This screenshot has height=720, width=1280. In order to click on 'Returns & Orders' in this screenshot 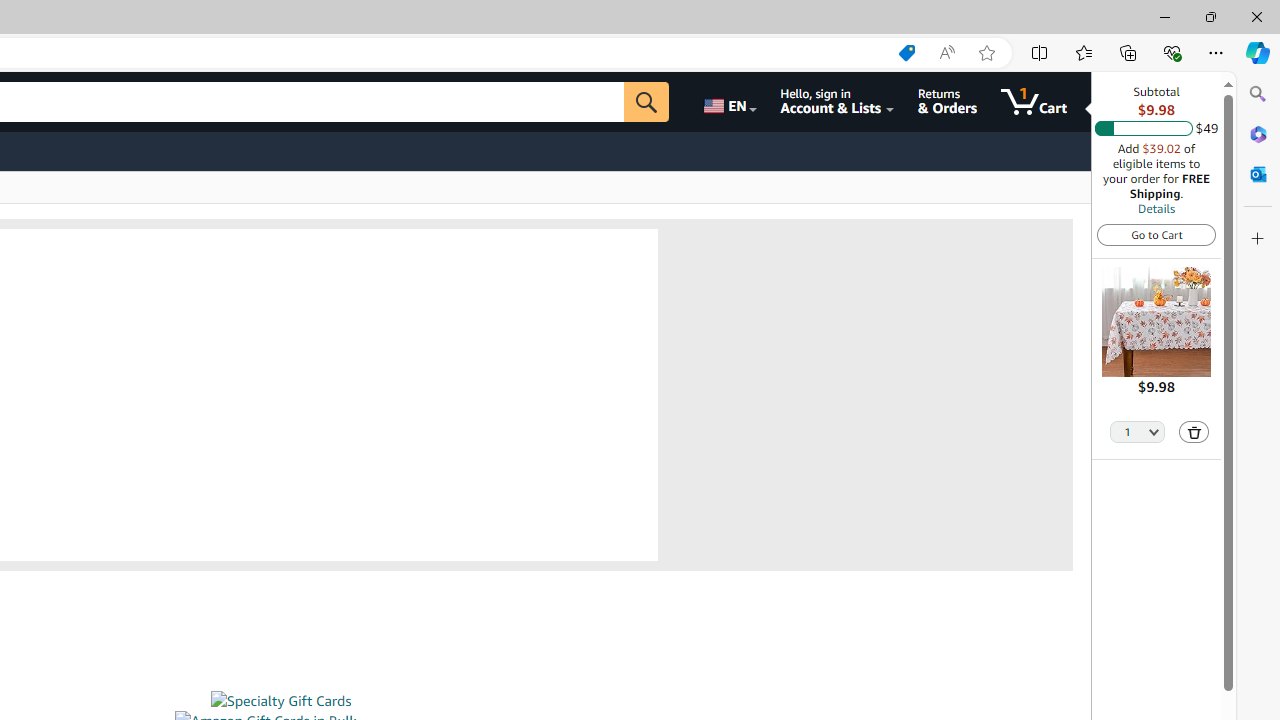, I will do `click(946, 101)`.